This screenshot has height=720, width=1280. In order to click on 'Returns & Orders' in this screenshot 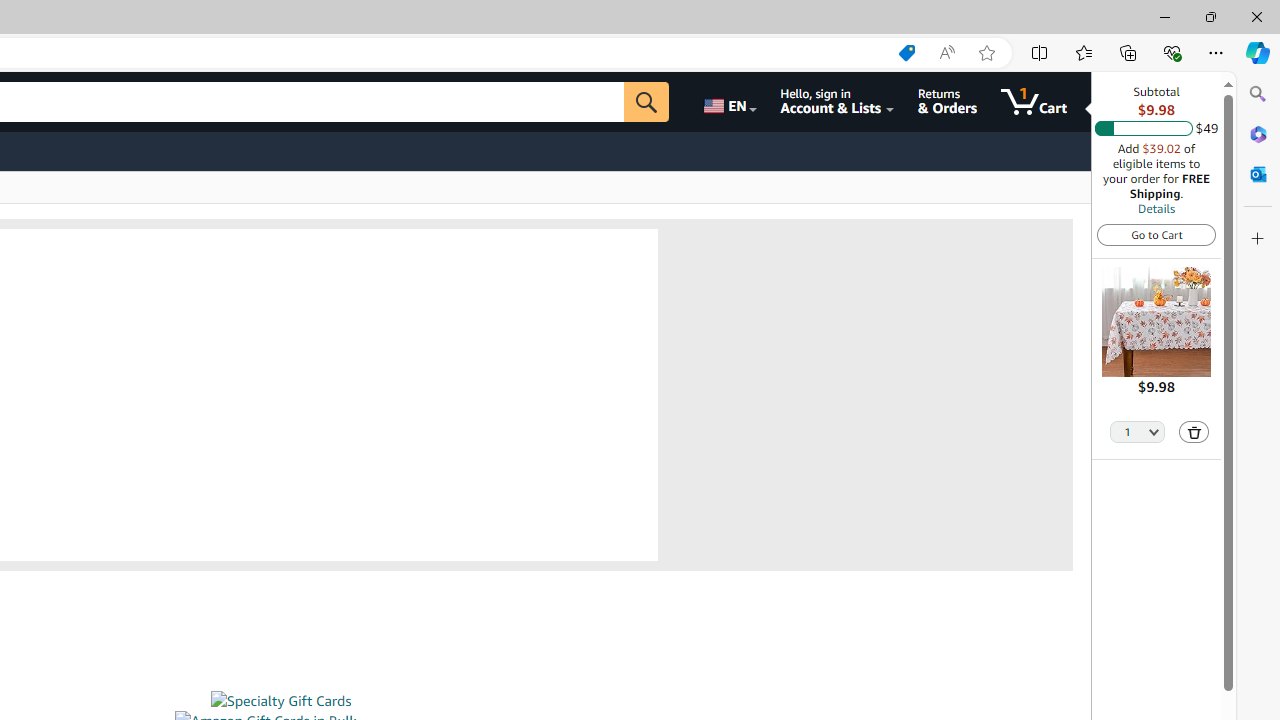, I will do `click(946, 101)`.